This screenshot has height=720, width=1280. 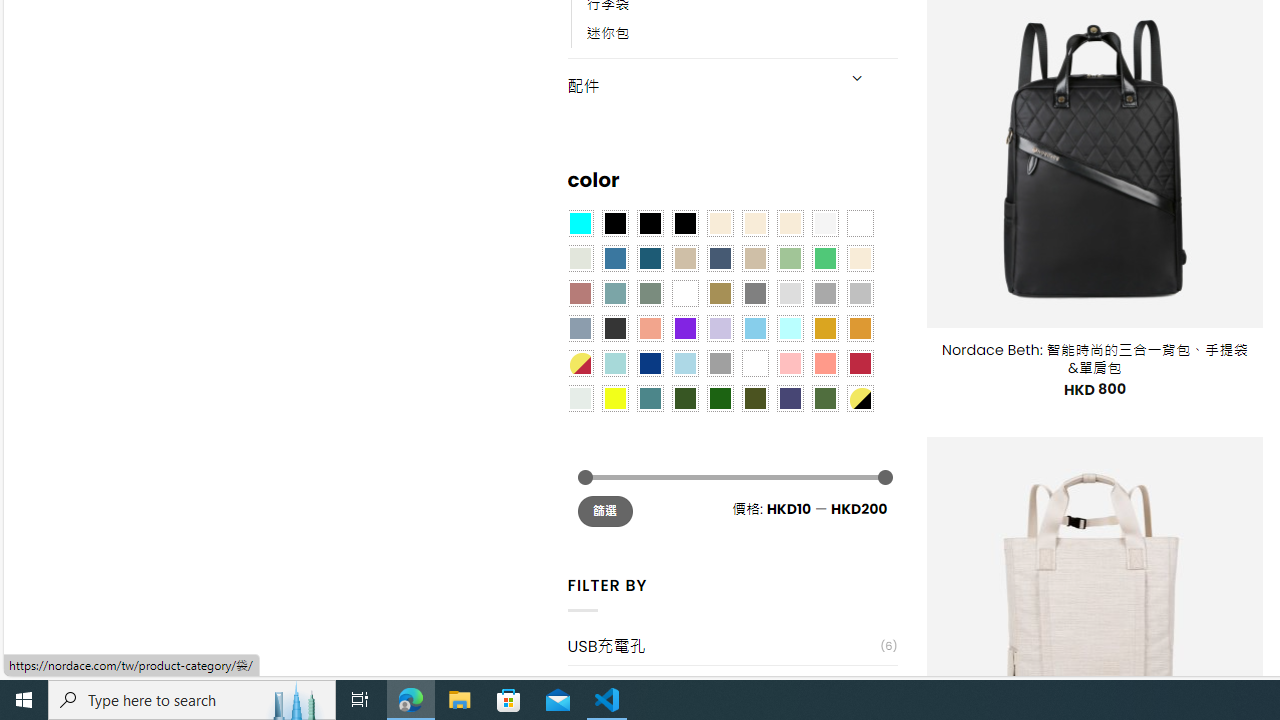 What do you see at coordinates (788, 223) in the screenshot?
I see `'Cream'` at bounding box center [788, 223].